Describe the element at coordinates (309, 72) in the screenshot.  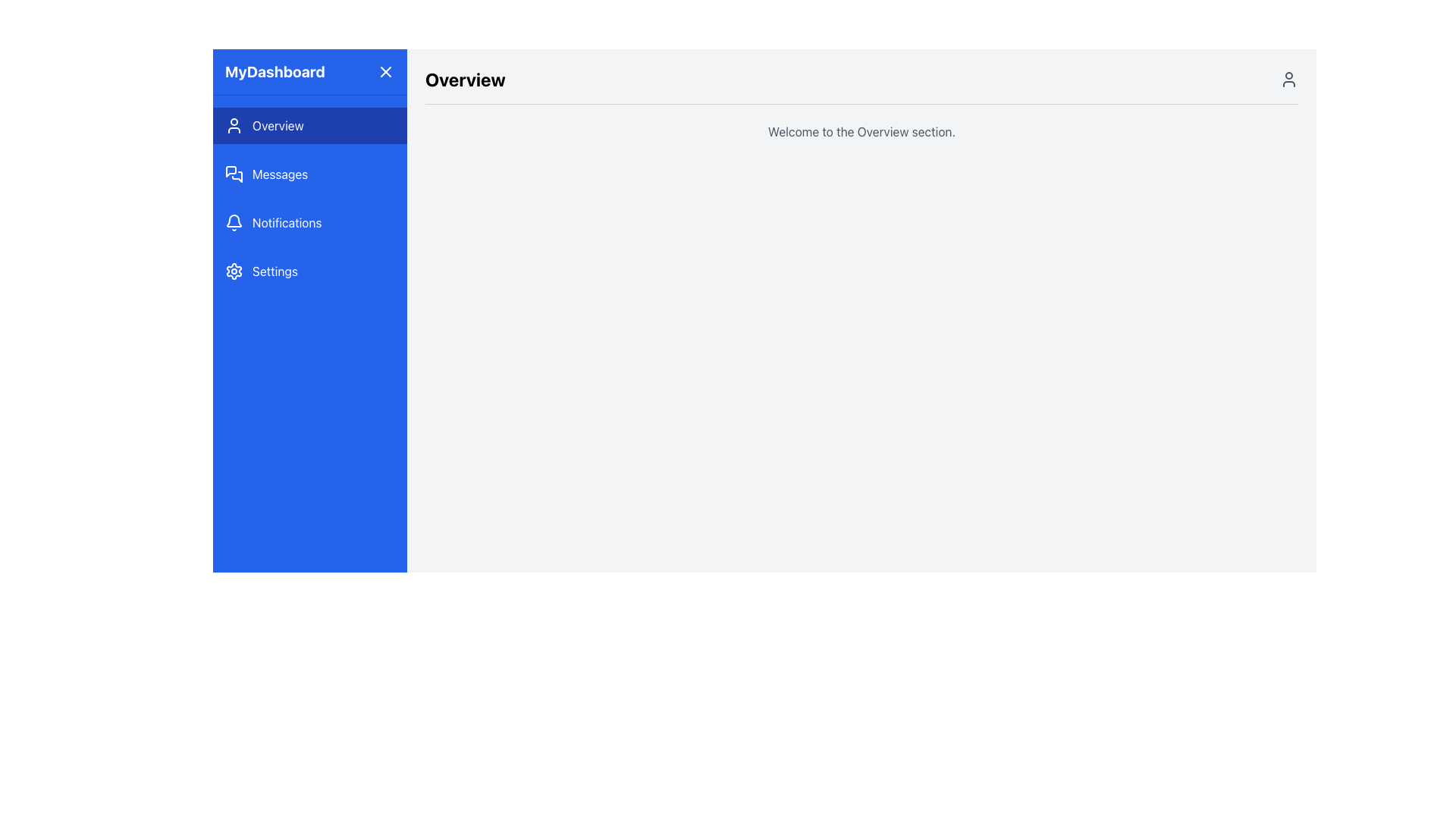
I see `the header element located at the top of the blue sidebar, which serves as the title for the current section` at that location.